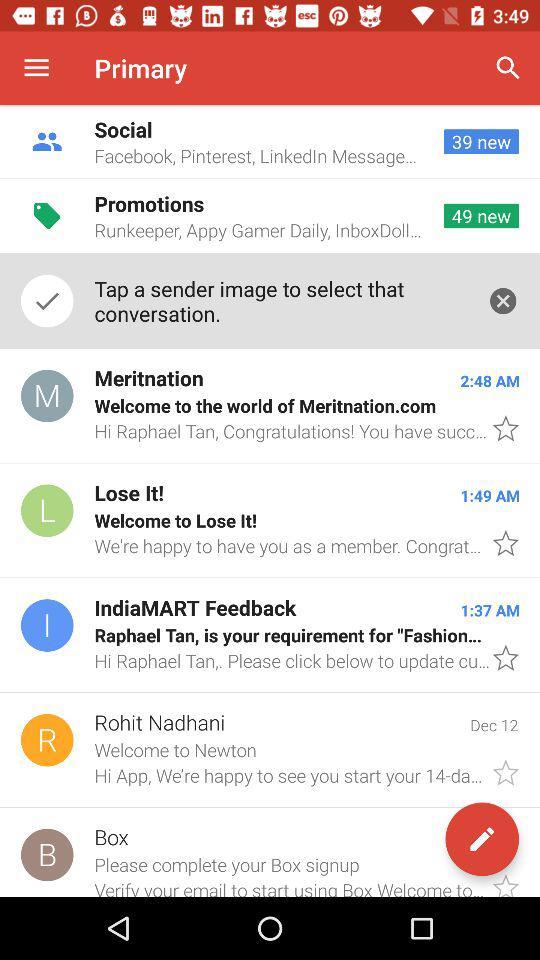 Image resolution: width=540 pixels, height=960 pixels. Describe the element at coordinates (279, 301) in the screenshot. I see `tap a sender icon` at that location.